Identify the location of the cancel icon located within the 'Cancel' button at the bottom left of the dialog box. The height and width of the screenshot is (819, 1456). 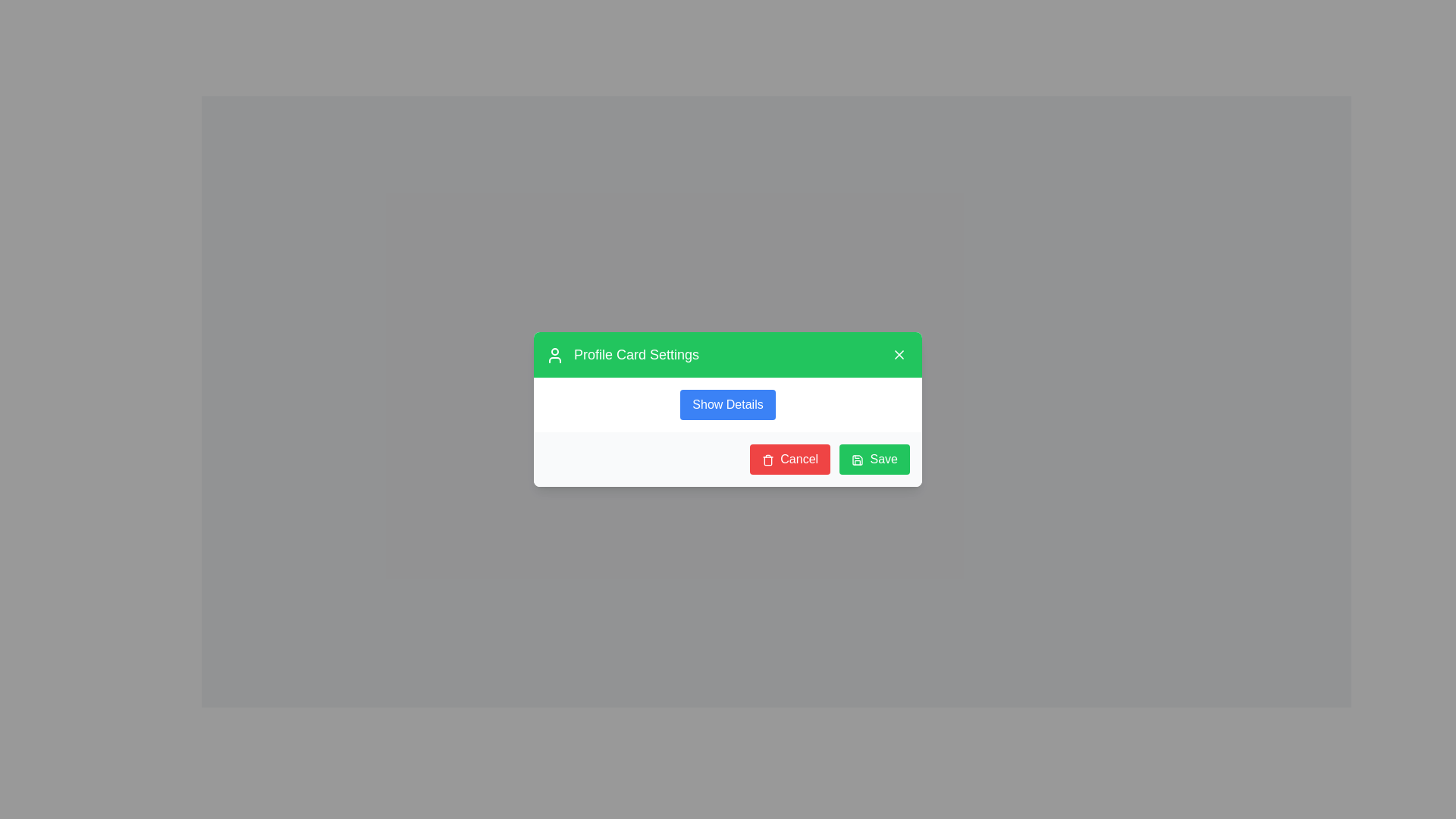
(767, 459).